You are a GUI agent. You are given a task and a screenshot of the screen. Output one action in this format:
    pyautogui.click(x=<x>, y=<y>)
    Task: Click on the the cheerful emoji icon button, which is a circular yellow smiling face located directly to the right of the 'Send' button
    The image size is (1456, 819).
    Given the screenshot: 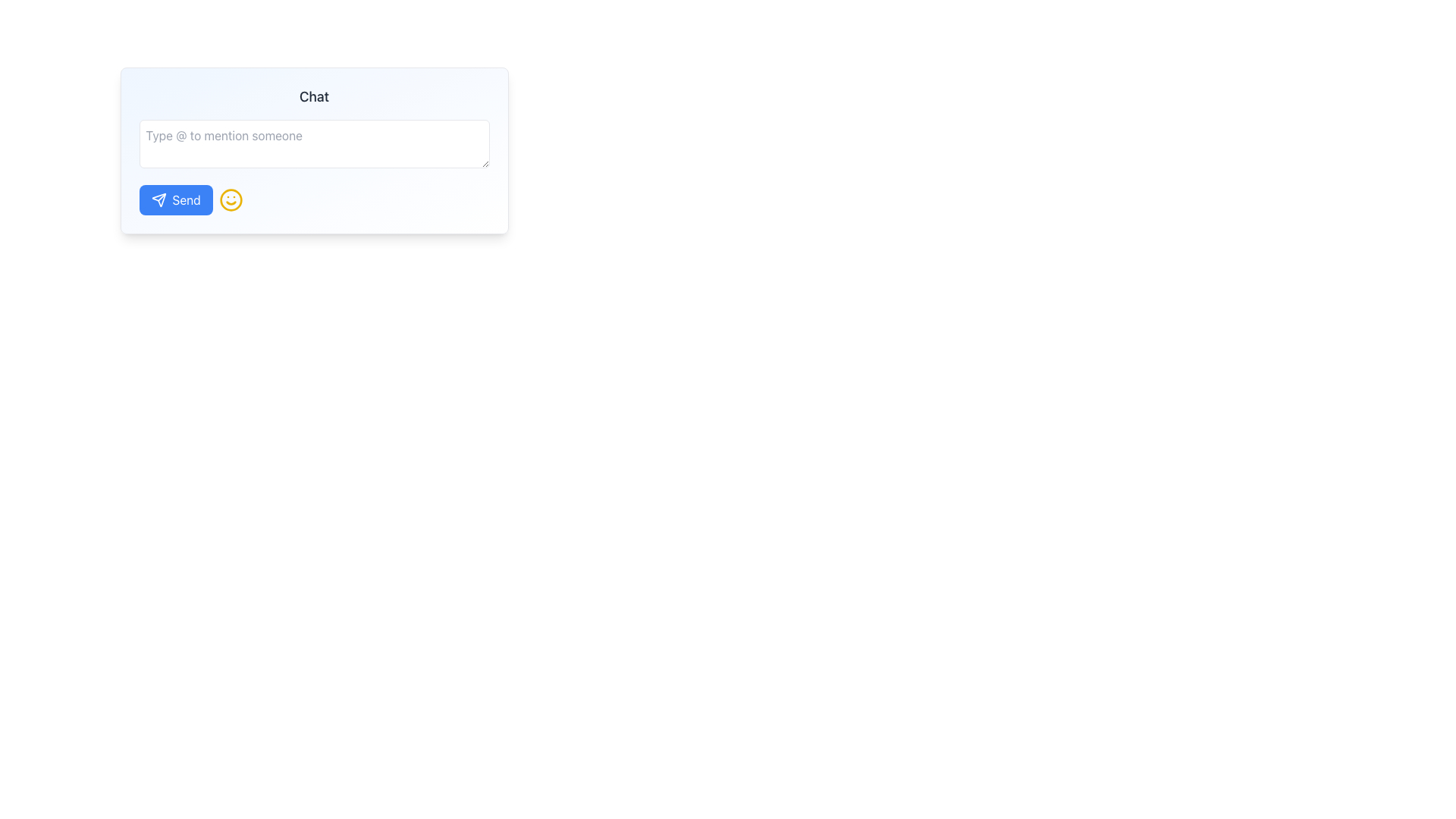 What is the action you would take?
    pyautogui.click(x=230, y=199)
    